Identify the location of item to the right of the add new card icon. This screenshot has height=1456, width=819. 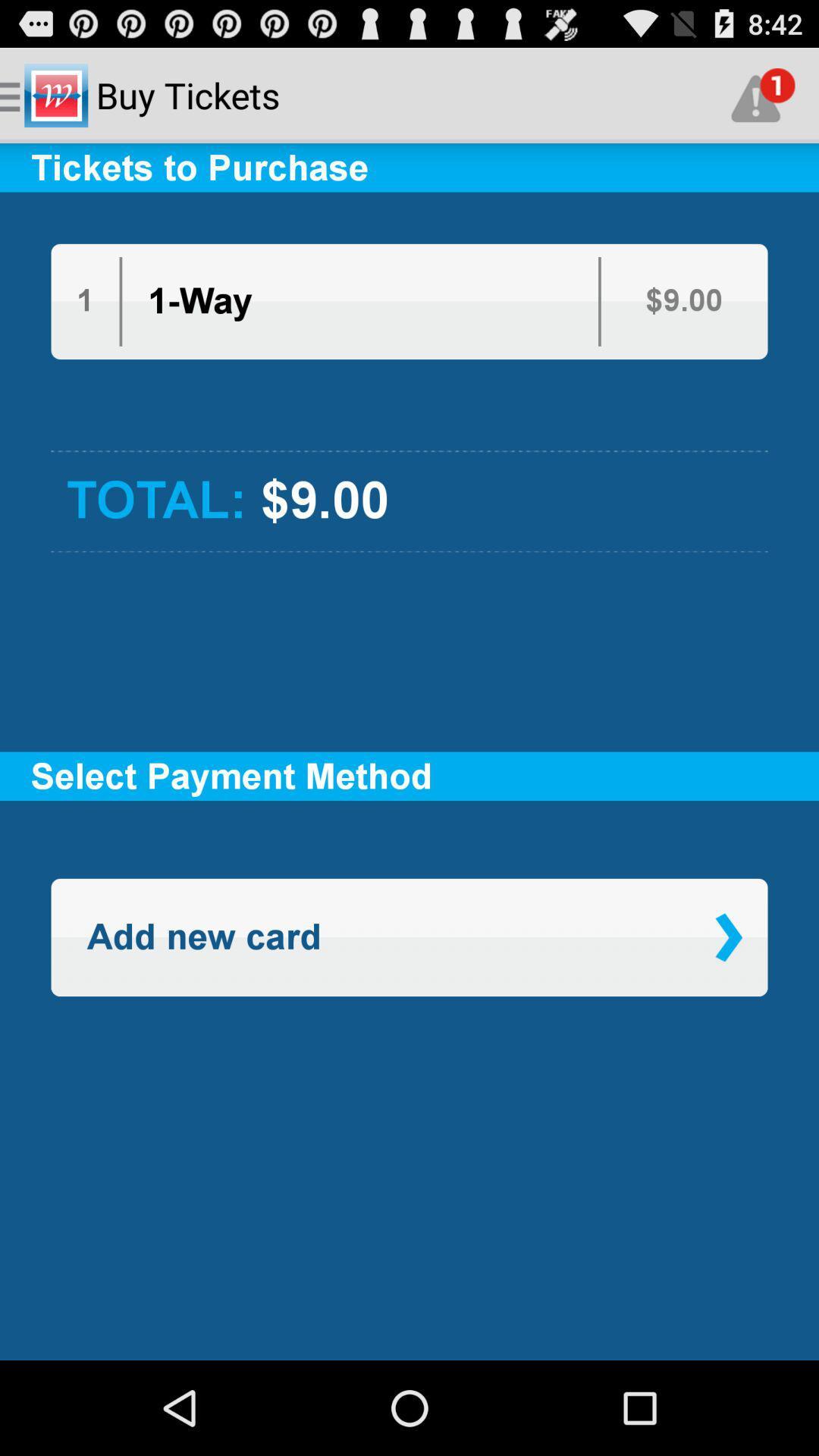
(728, 937).